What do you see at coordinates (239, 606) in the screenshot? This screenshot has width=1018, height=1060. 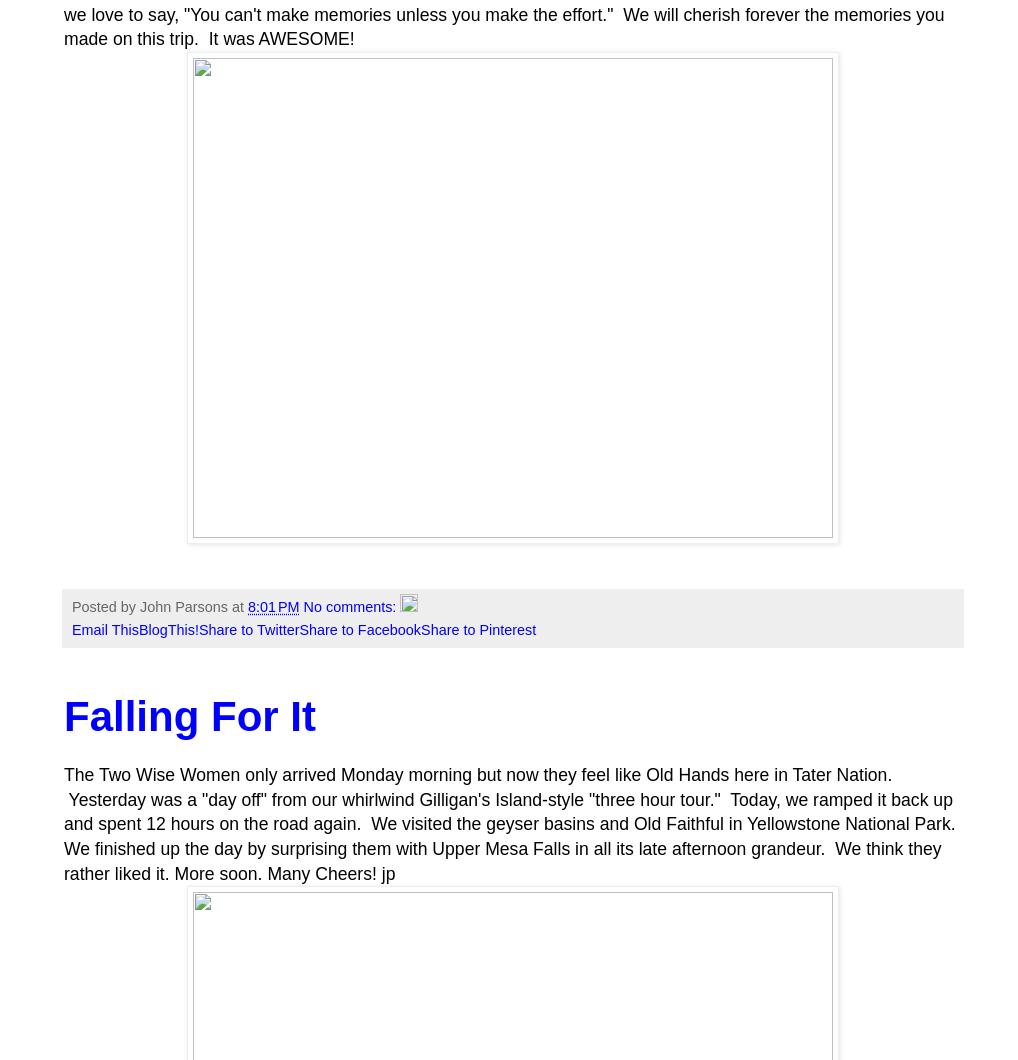 I see `'at'` at bounding box center [239, 606].